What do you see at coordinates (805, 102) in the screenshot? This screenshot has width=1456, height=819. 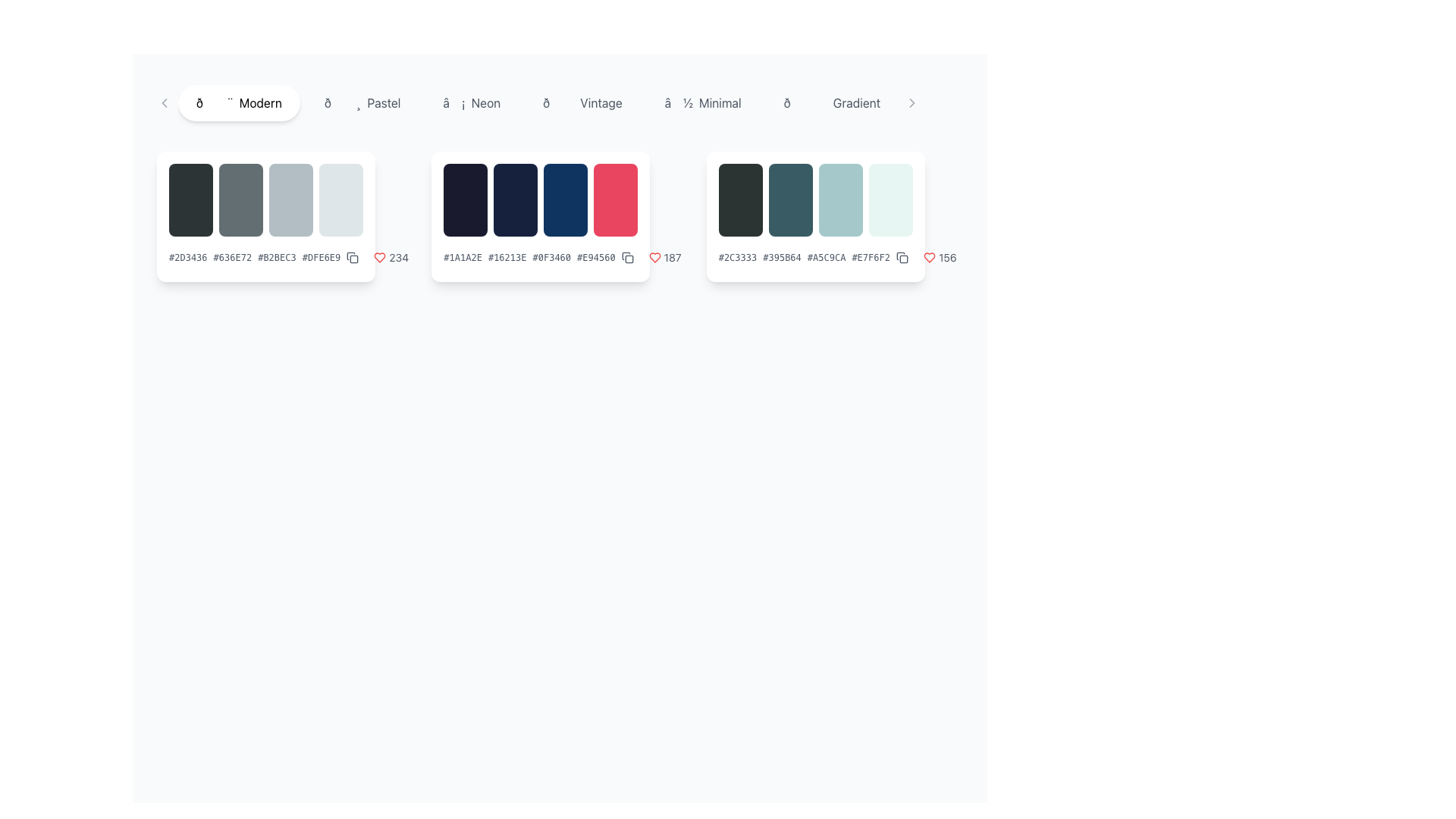 I see `the button labeled 'Gradient' that contains the single character emoji positioned at the top center of the interface` at bounding box center [805, 102].